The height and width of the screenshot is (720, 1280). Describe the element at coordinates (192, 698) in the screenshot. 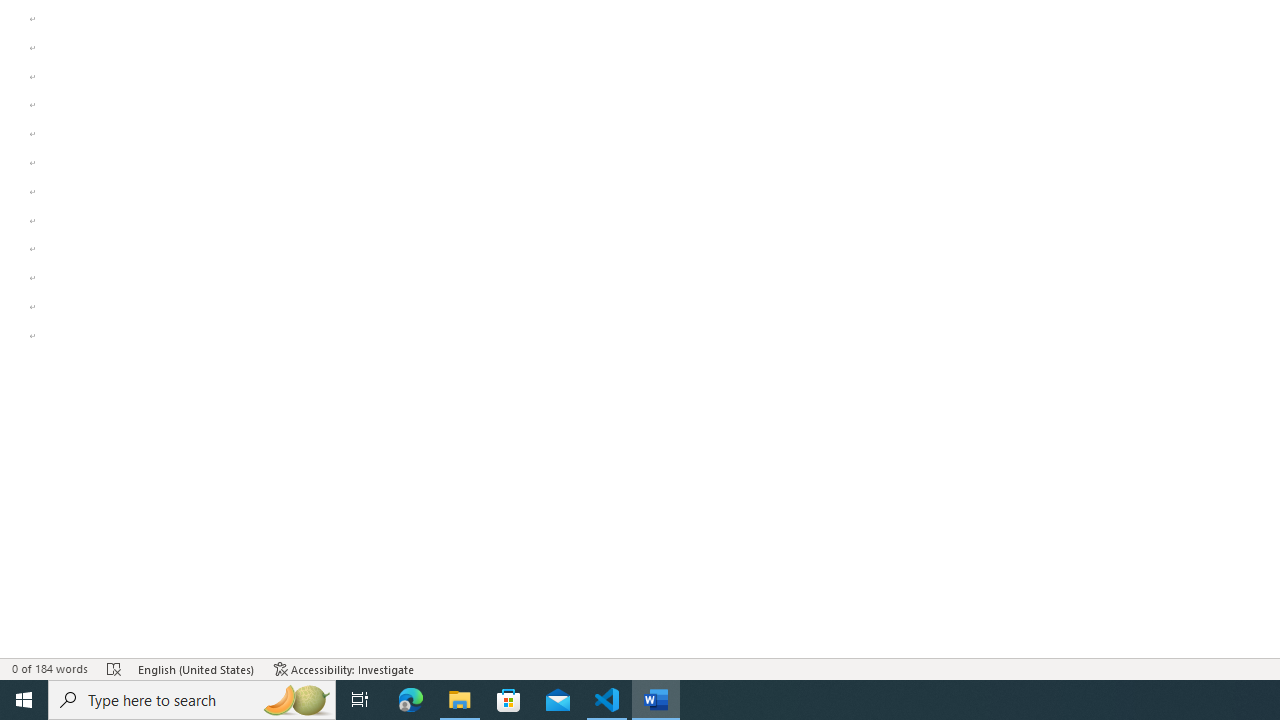

I see `'Type here to search'` at that location.